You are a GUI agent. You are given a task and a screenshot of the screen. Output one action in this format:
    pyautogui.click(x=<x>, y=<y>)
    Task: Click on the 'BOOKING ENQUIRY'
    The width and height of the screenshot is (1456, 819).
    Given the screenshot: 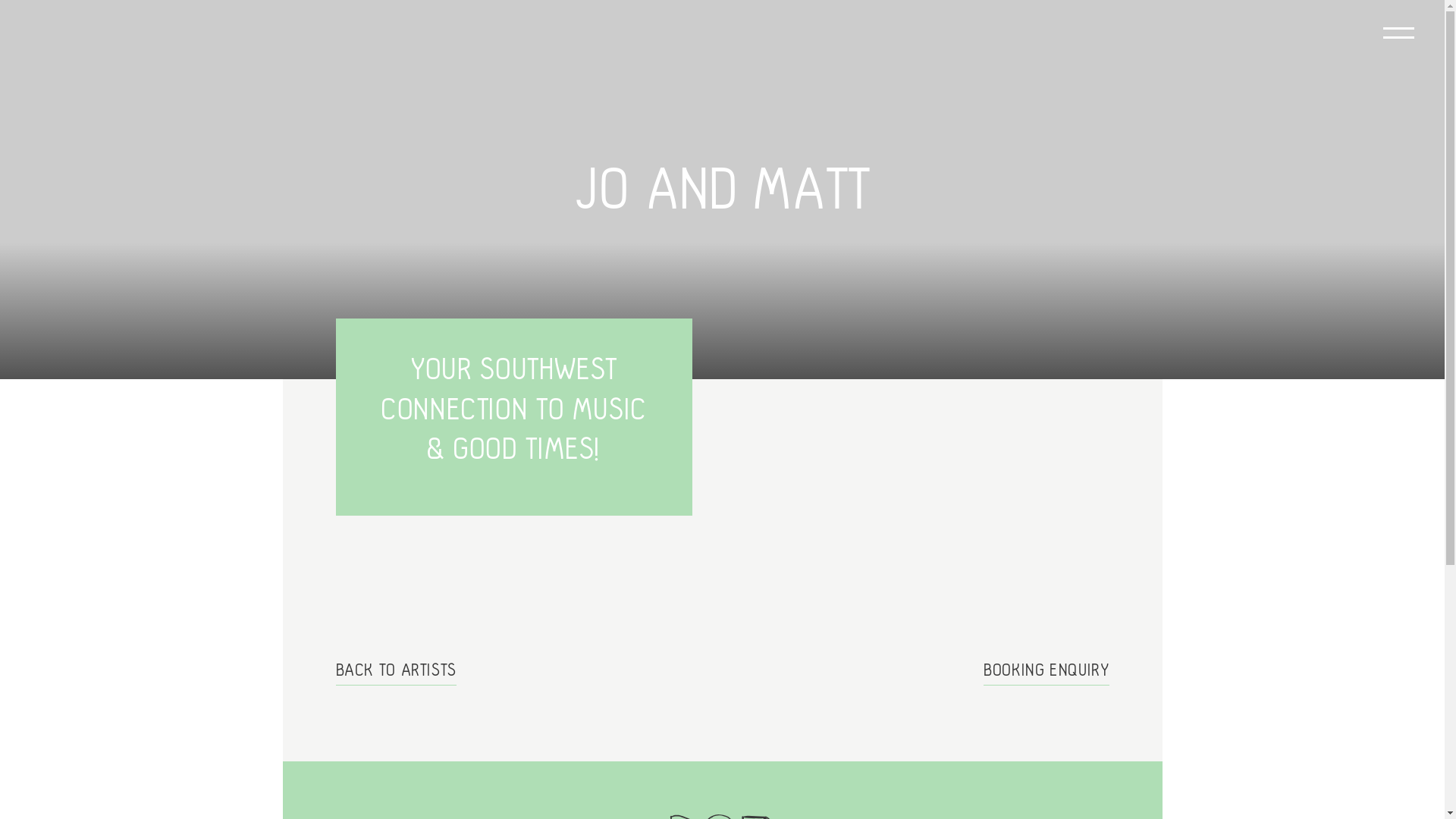 What is the action you would take?
    pyautogui.click(x=1045, y=670)
    